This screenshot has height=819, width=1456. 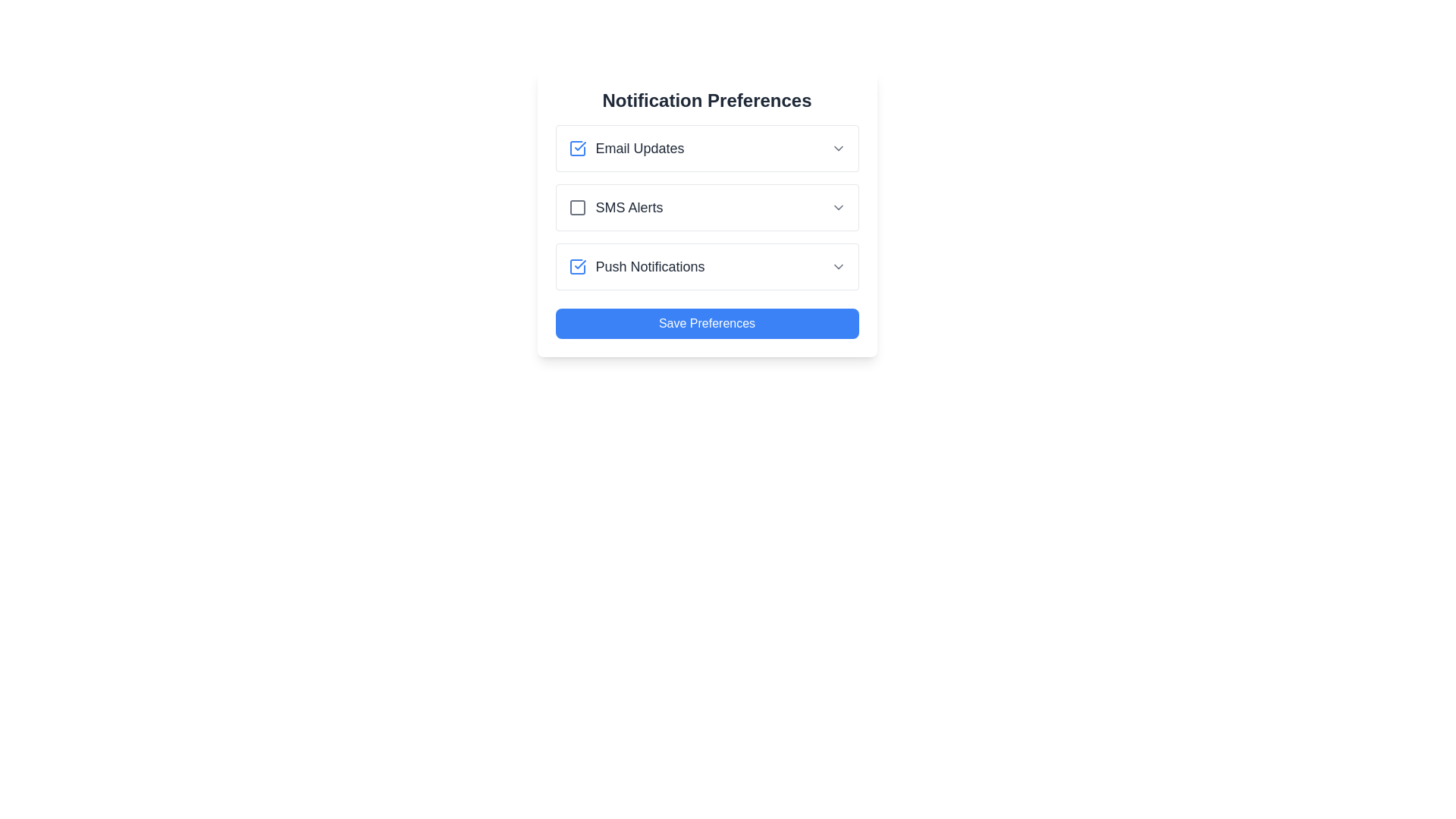 What do you see at coordinates (636, 265) in the screenshot?
I see `the 'Push Notifications' checkbox in the Notification Preferences interface` at bounding box center [636, 265].